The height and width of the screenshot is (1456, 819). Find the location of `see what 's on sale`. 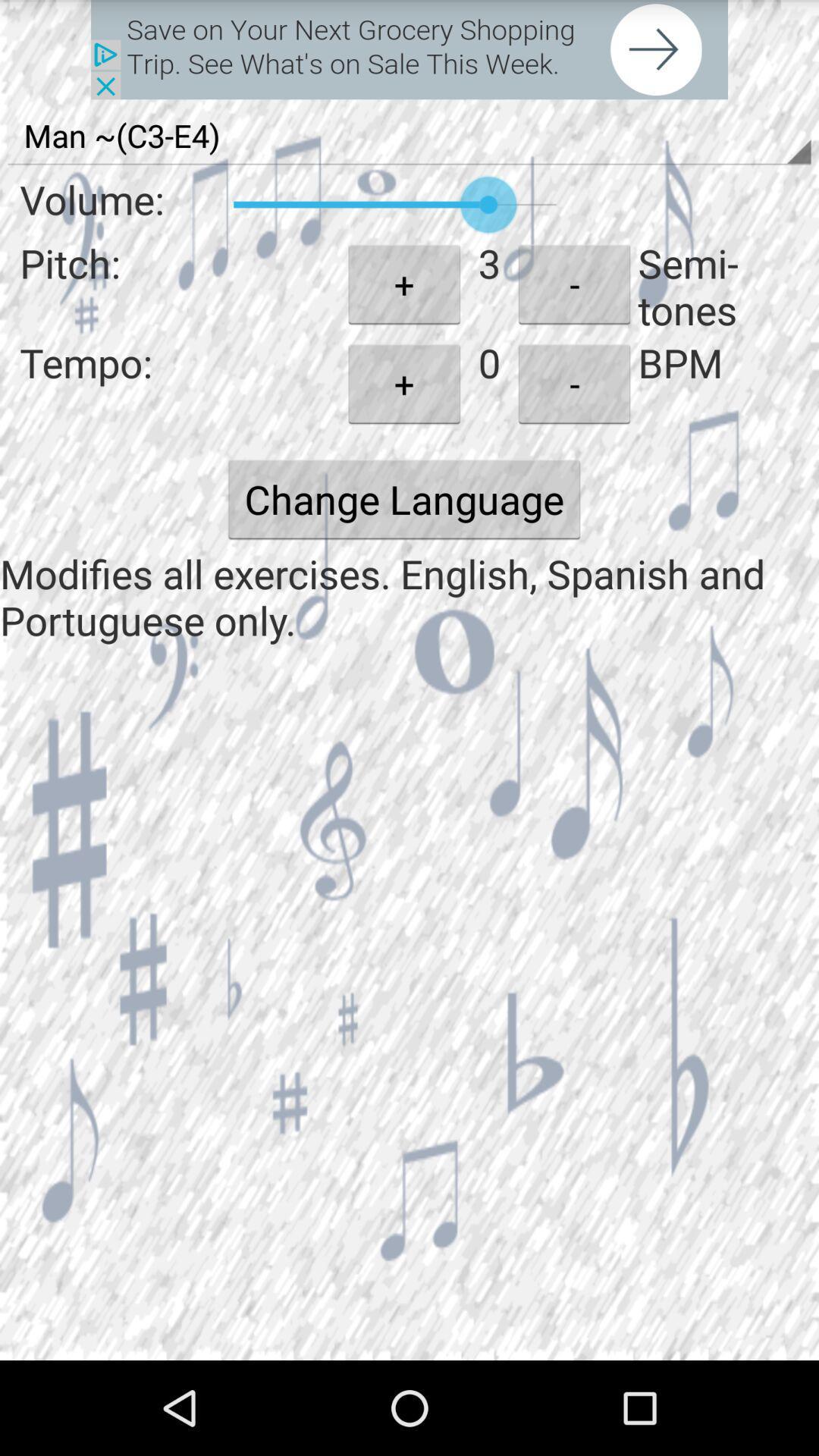

see what 's on sale is located at coordinates (409, 49).